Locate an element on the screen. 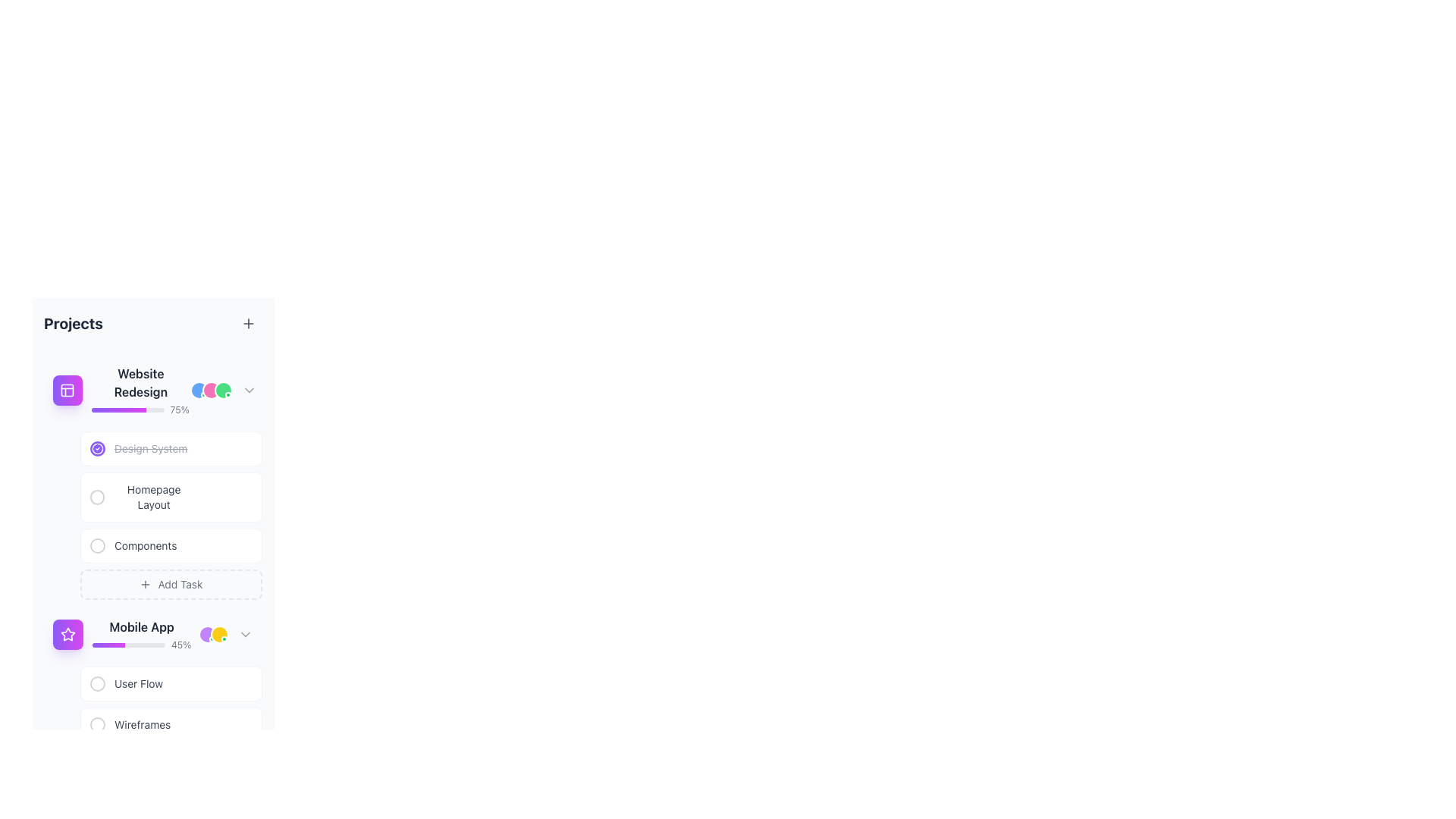 The height and width of the screenshot is (819, 1456). the visual completion state of the progress bar labeled '75%' located below the 'Website Redesign' text is located at coordinates (140, 409).